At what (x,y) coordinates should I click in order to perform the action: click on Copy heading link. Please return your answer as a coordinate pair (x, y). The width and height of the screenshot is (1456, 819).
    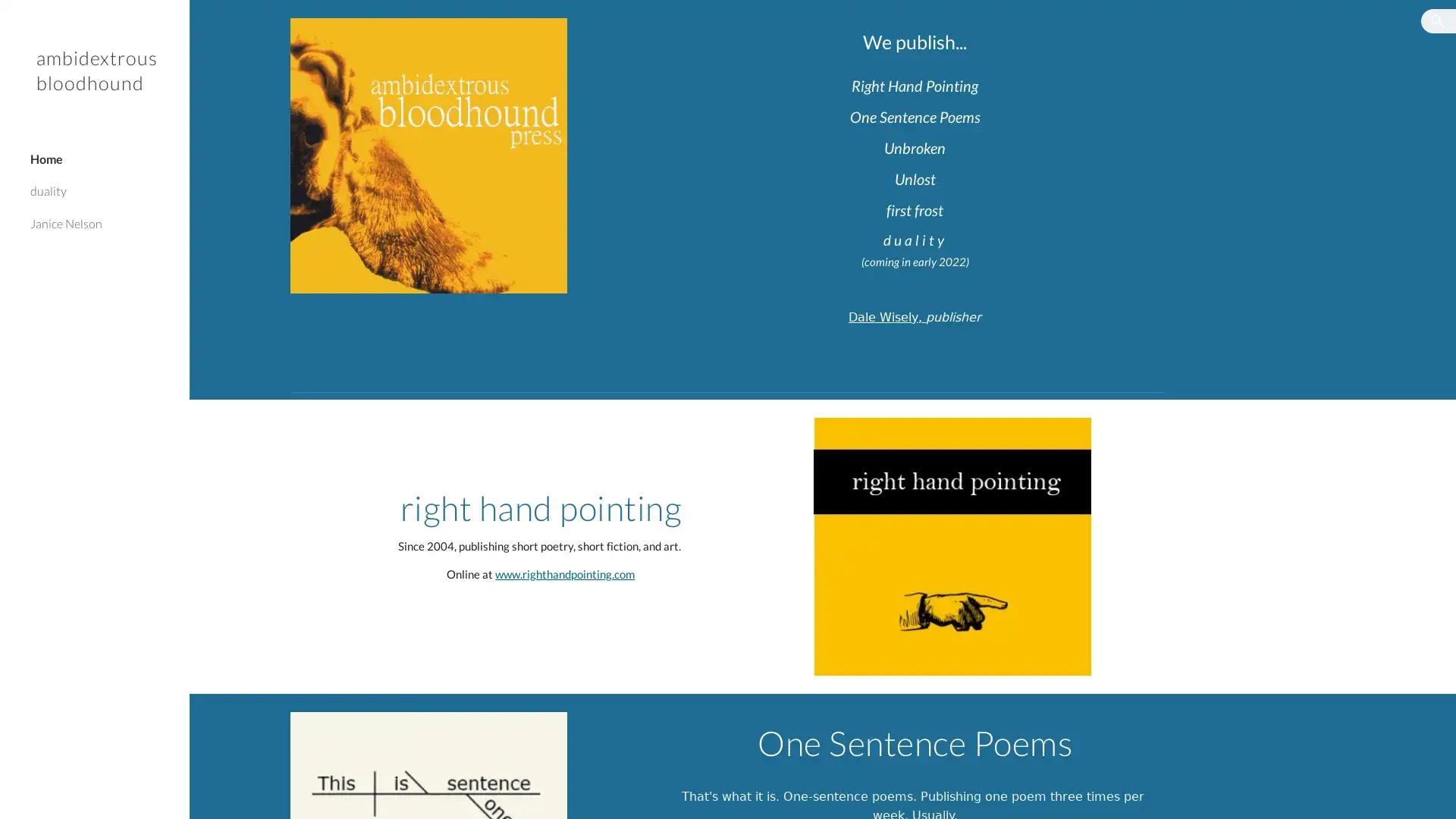
    Looking at the image, I should click on (1046, 177).